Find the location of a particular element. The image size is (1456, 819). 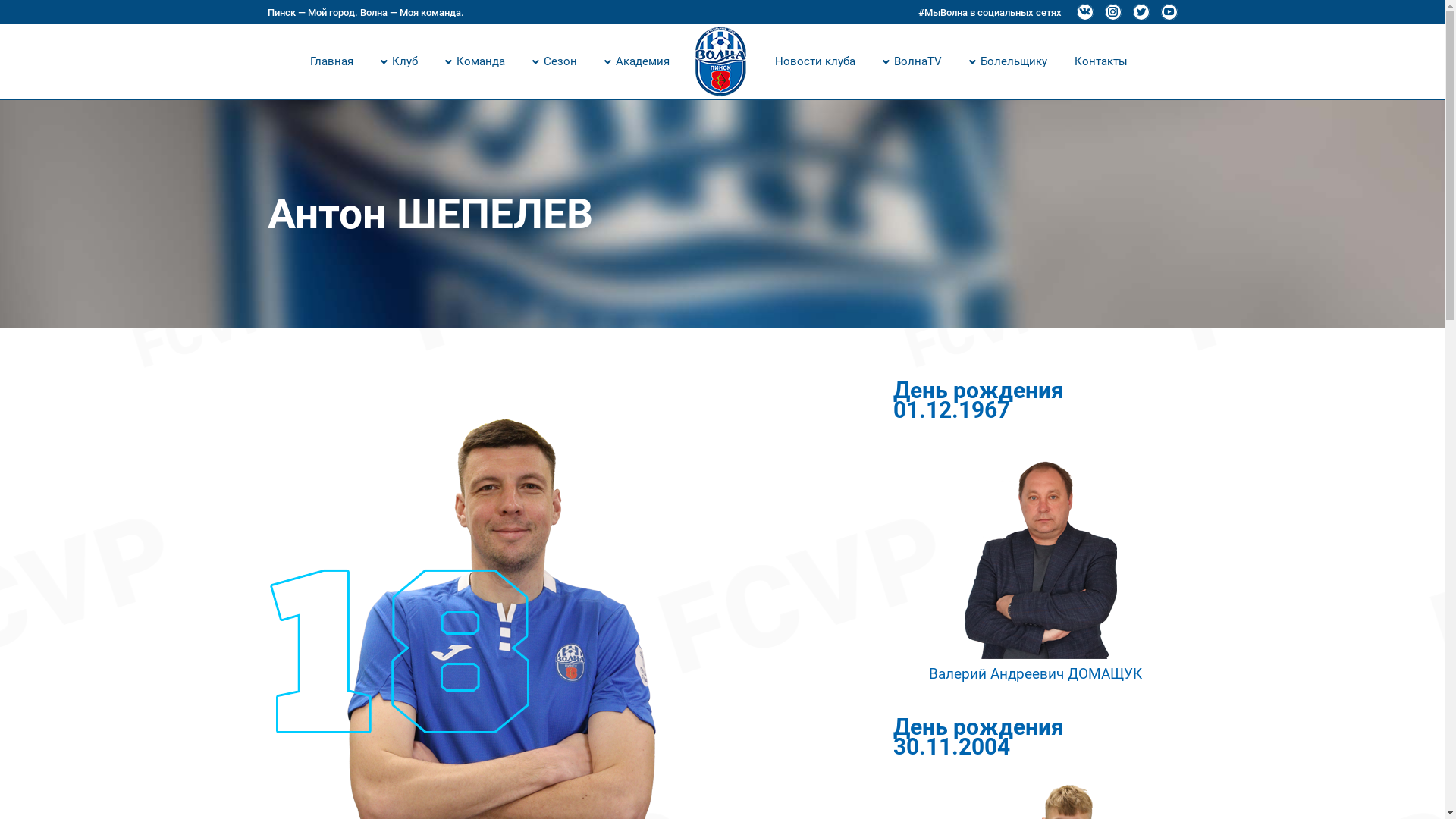

'Twitter' is located at coordinates (1141, 11).